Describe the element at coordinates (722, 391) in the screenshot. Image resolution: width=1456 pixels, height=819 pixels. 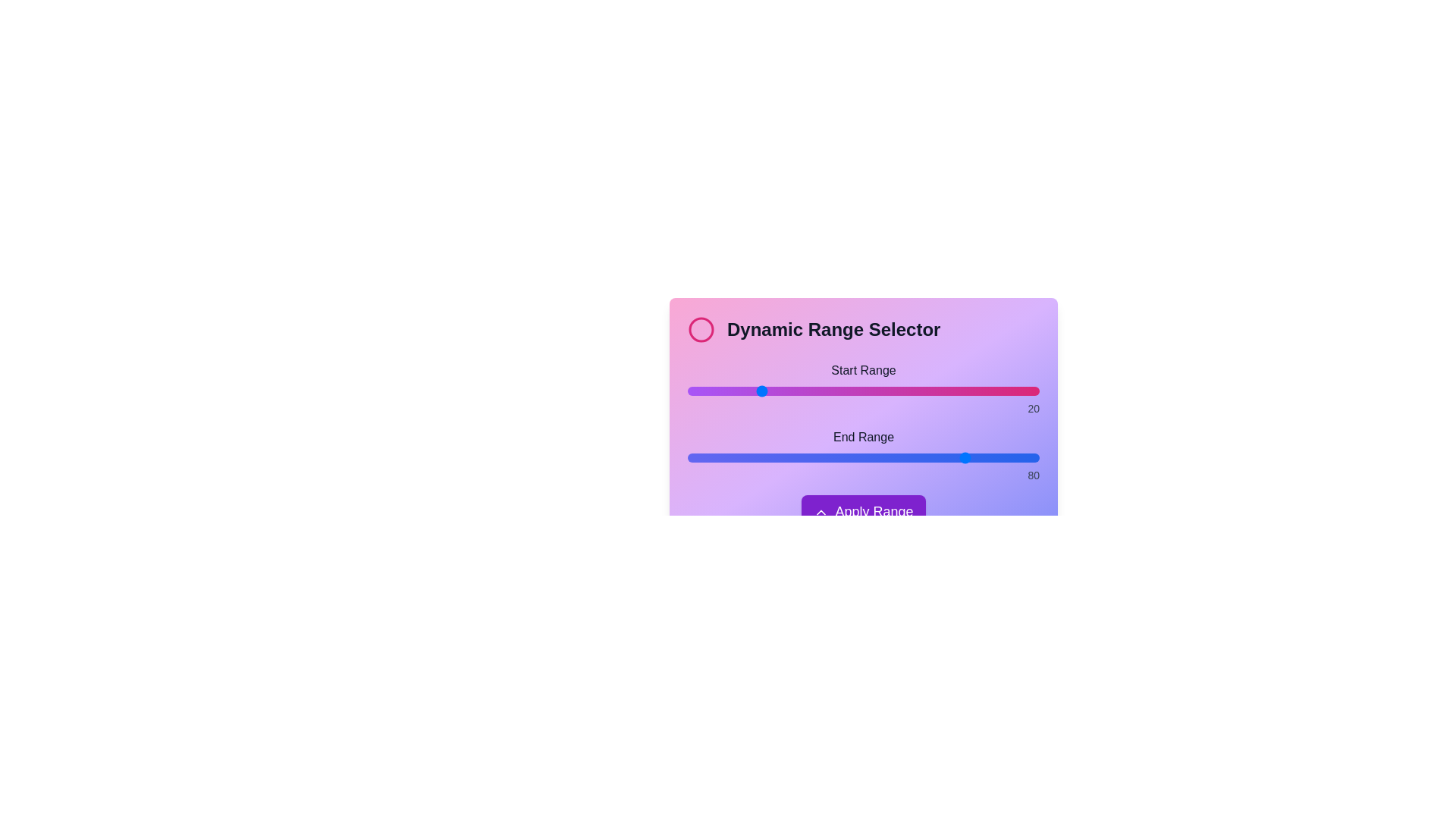
I see `the start range slider to 10 by dragging the slider to the desired position` at that location.